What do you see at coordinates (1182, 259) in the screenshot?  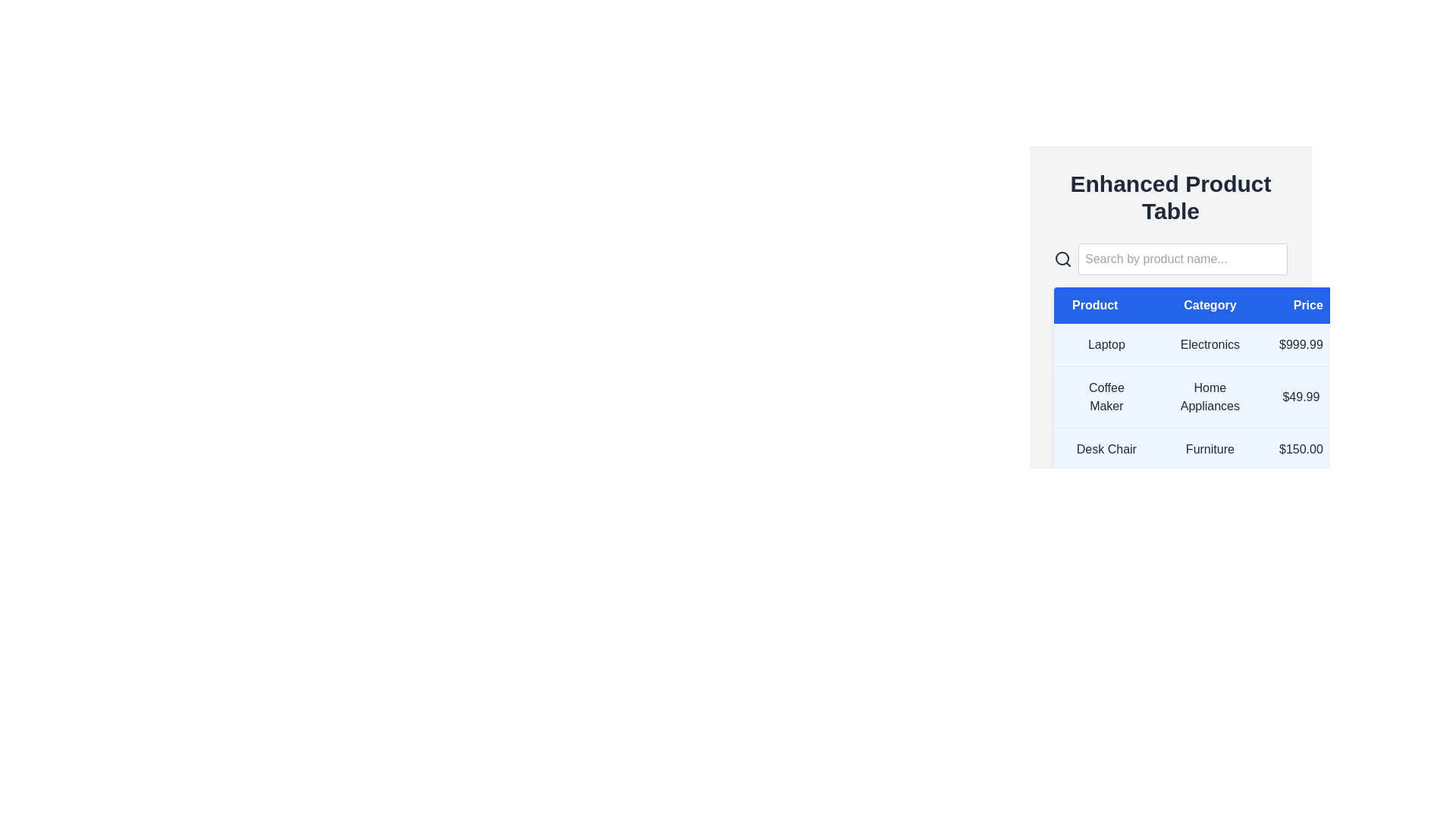 I see `the search input field located in the upper-right region beneath the 'Enhanced Product Table' header to focus on it` at bounding box center [1182, 259].